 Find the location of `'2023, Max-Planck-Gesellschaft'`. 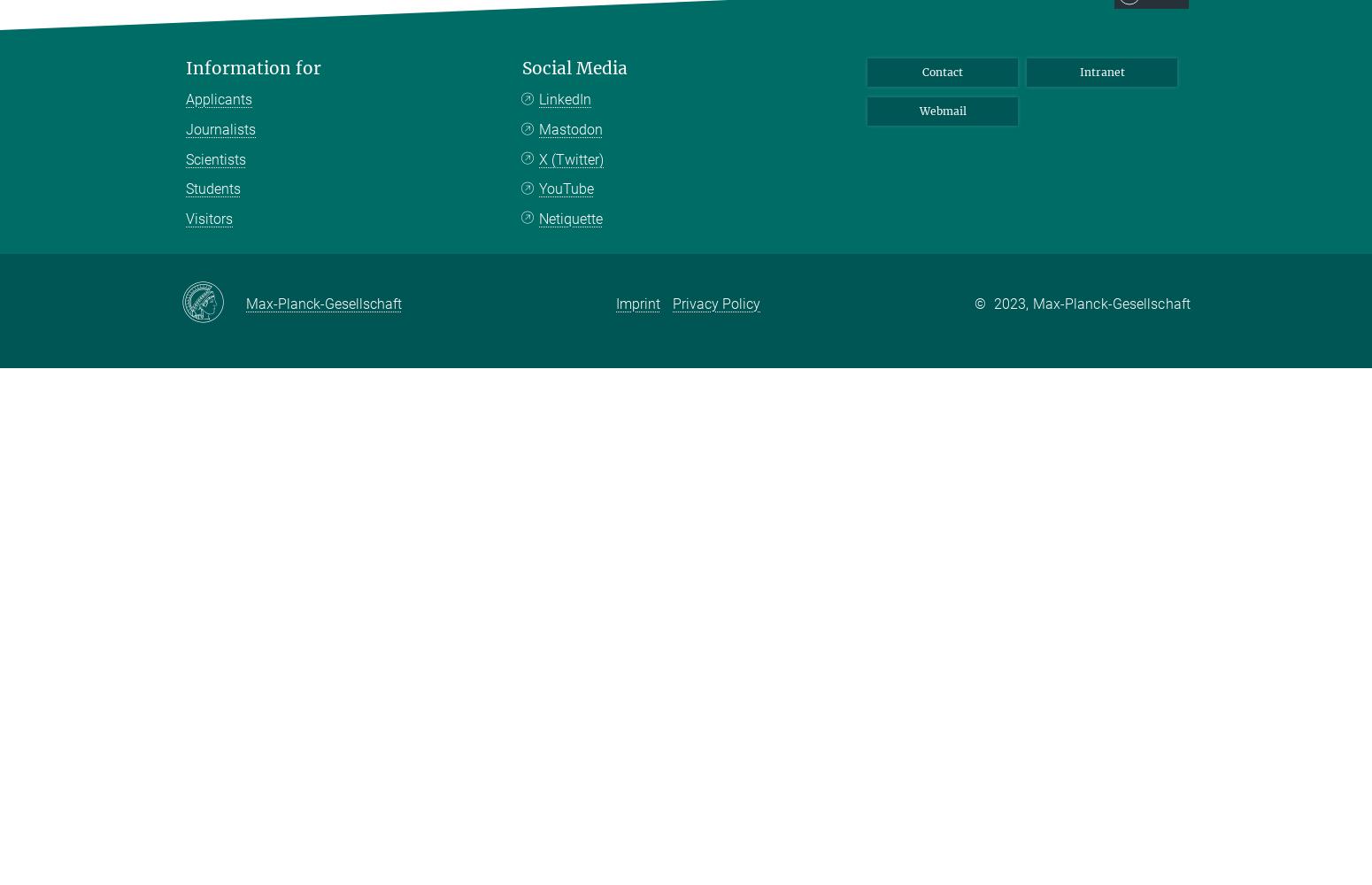

'2023, Max-Planck-Gesellschaft' is located at coordinates (1091, 302).